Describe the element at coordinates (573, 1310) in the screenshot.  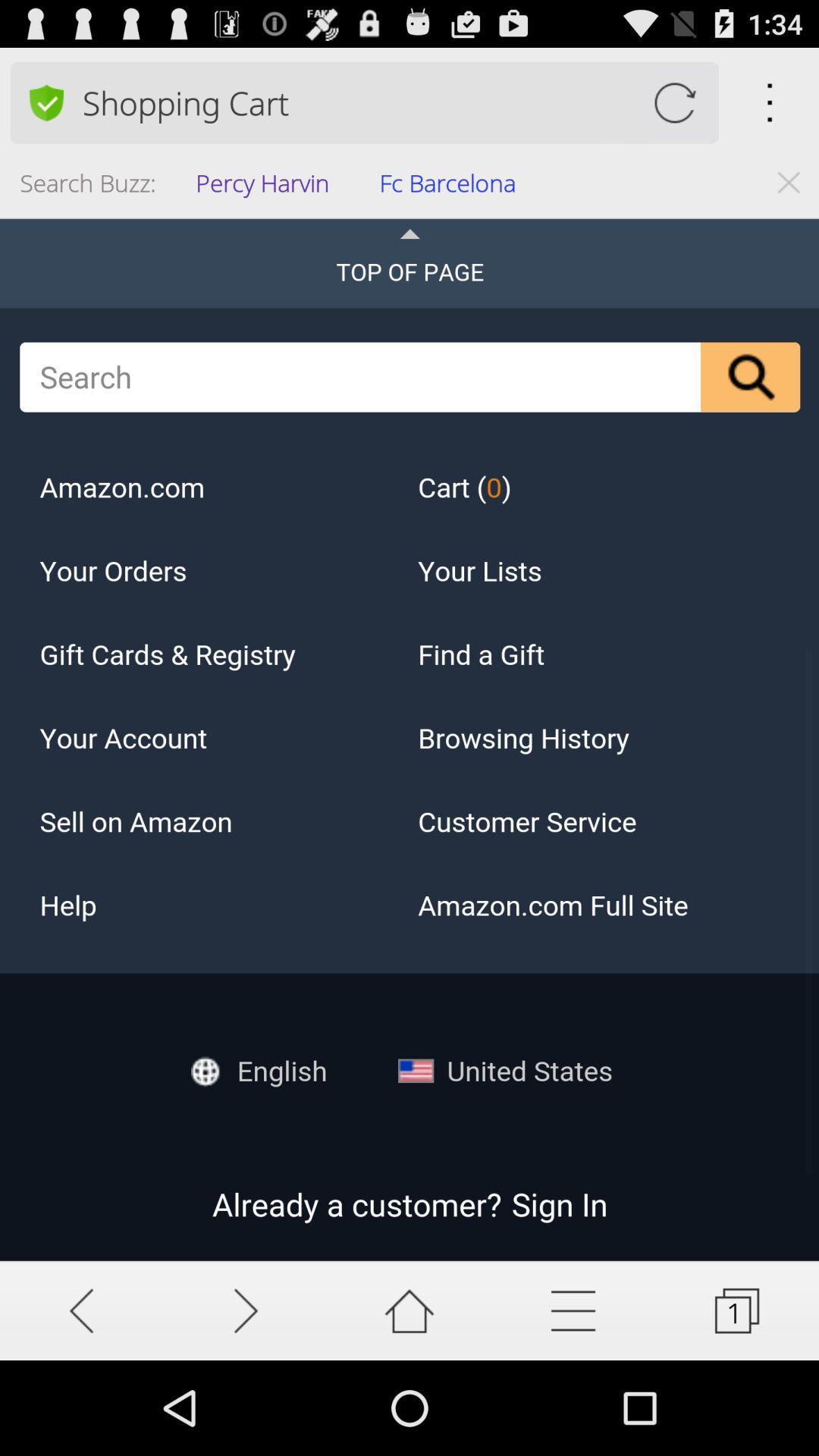
I see `item to the left of the 1` at that location.